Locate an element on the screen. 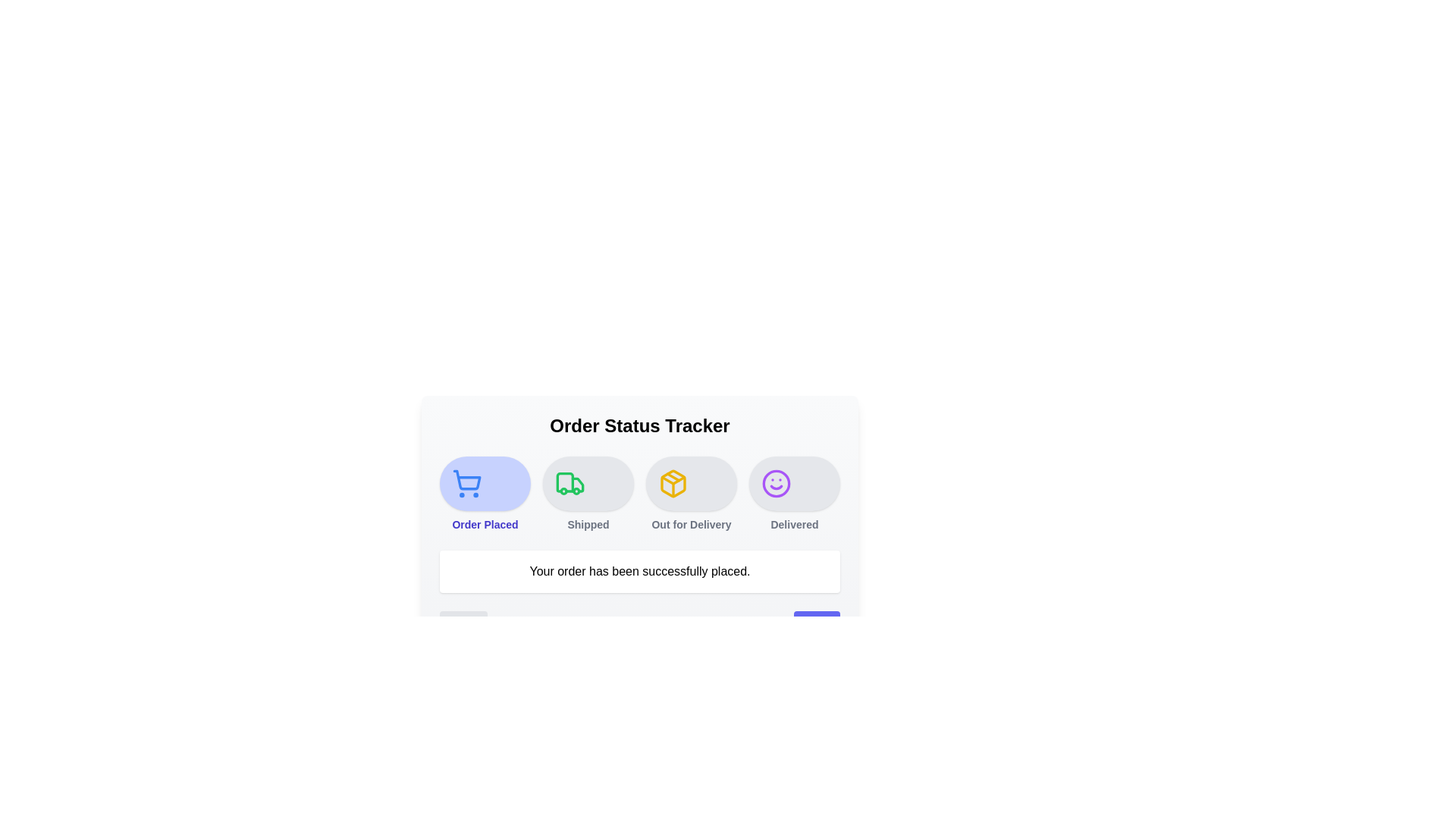 This screenshot has width=1456, height=819. the step icon corresponding to Out for Delivery to highlight it and view its details is located at coordinates (691, 483).